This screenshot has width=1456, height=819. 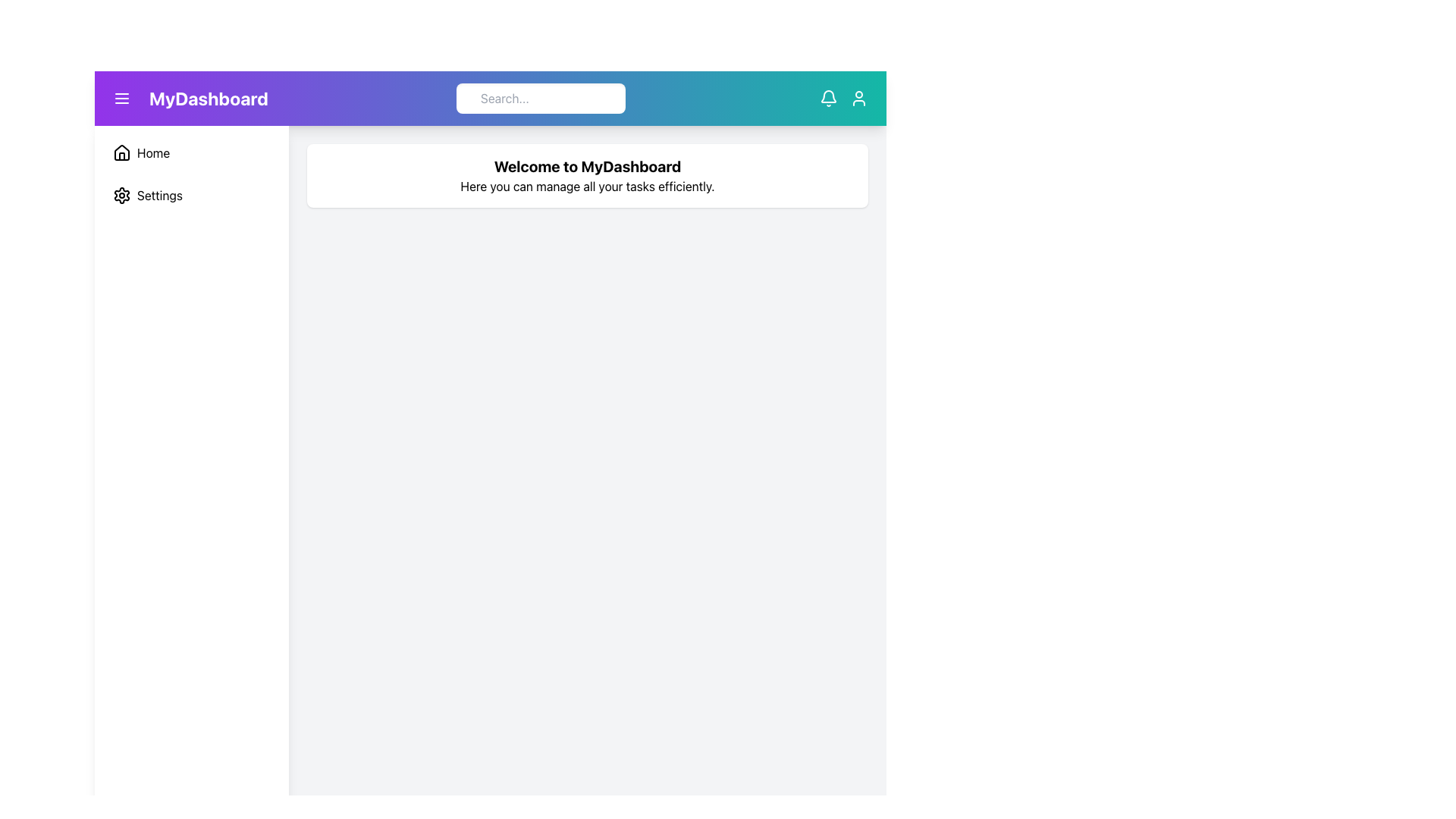 What do you see at coordinates (843, 99) in the screenshot?
I see `the grouped interactive icons located at the top-right corner of the header section` at bounding box center [843, 99].